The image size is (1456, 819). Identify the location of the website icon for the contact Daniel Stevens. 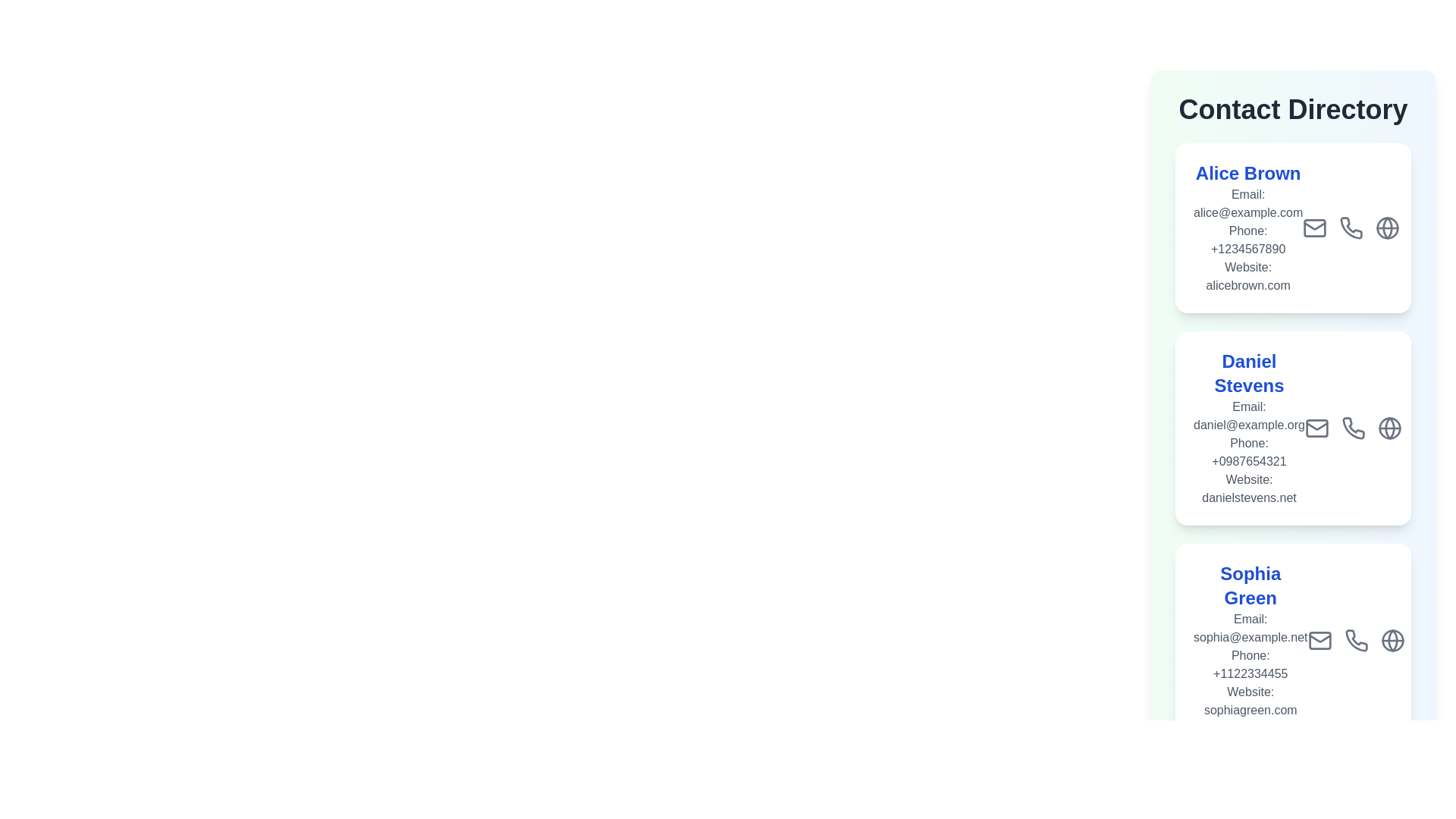
(1390, 488).